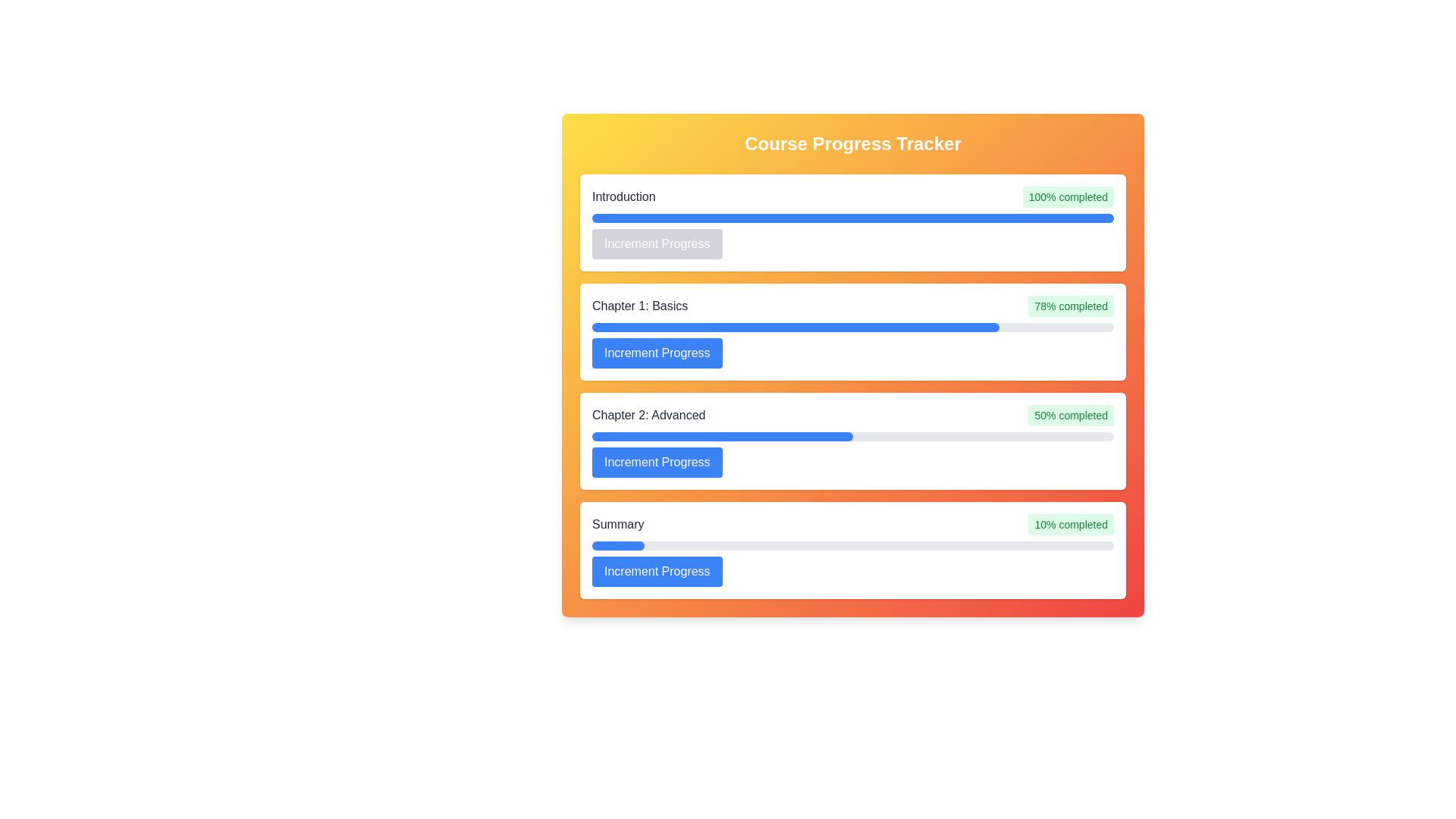  Describe the element at coordinates (648, 415) in the screenshot. I see `and interpret the text content of the text label that serves as the title for the associated course chapter, positioned above the progress bar in the third section of the progress tracker` at that location.